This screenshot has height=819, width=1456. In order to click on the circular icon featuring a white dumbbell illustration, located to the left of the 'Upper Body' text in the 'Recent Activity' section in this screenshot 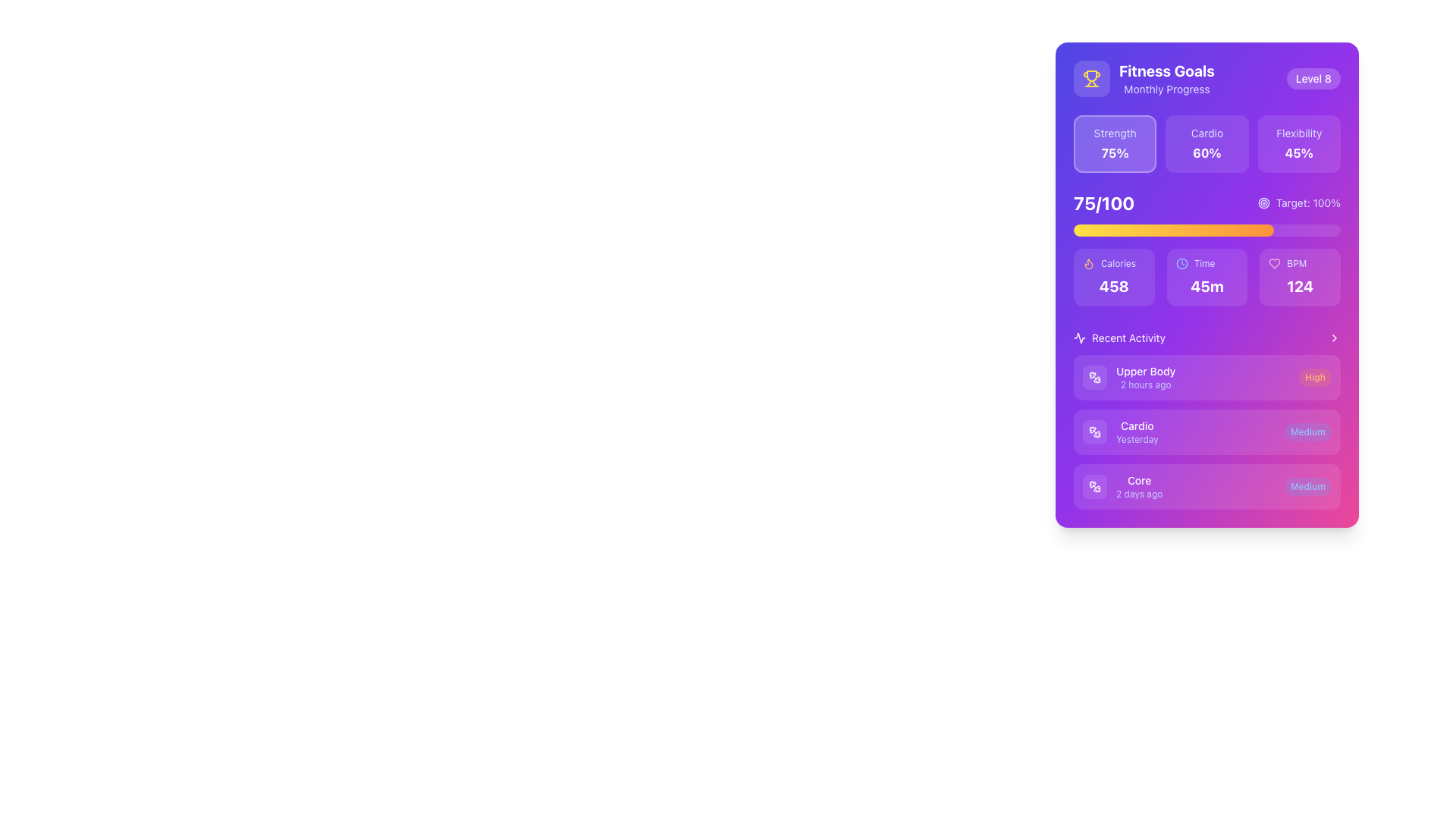, I will do `click(1095, 376)`.